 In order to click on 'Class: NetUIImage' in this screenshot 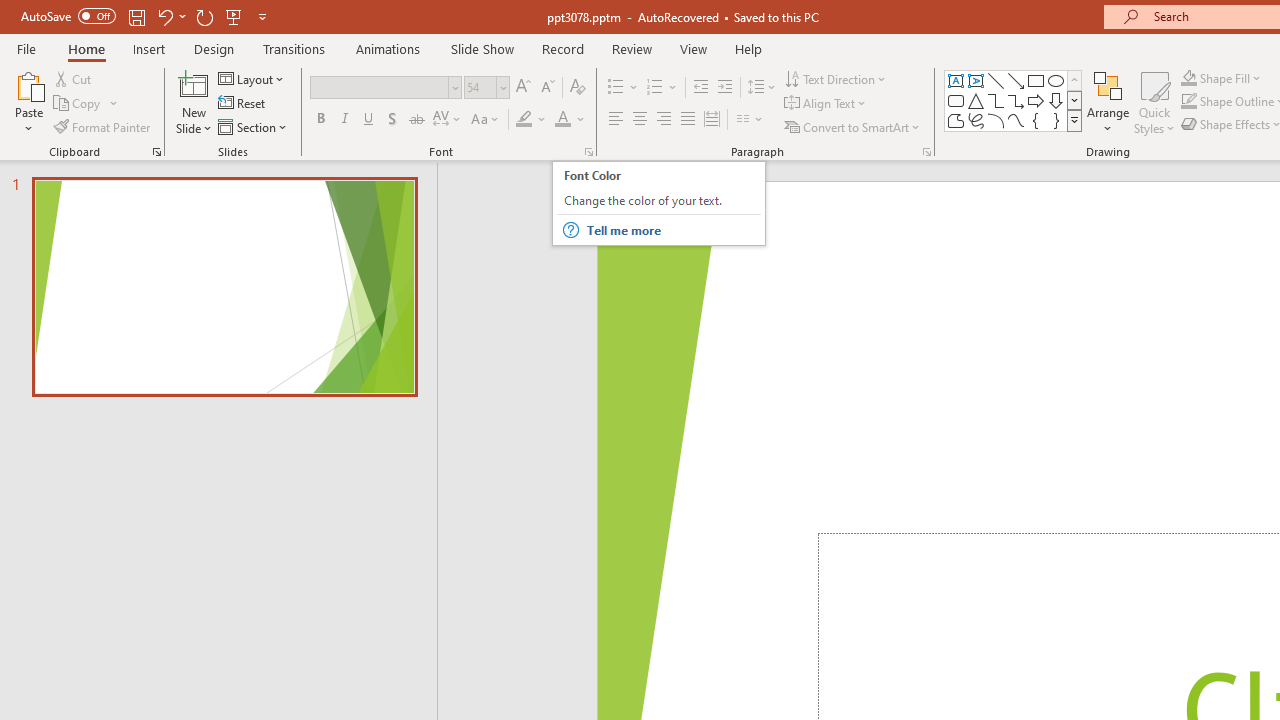, I will do `click(1074, 120)`.